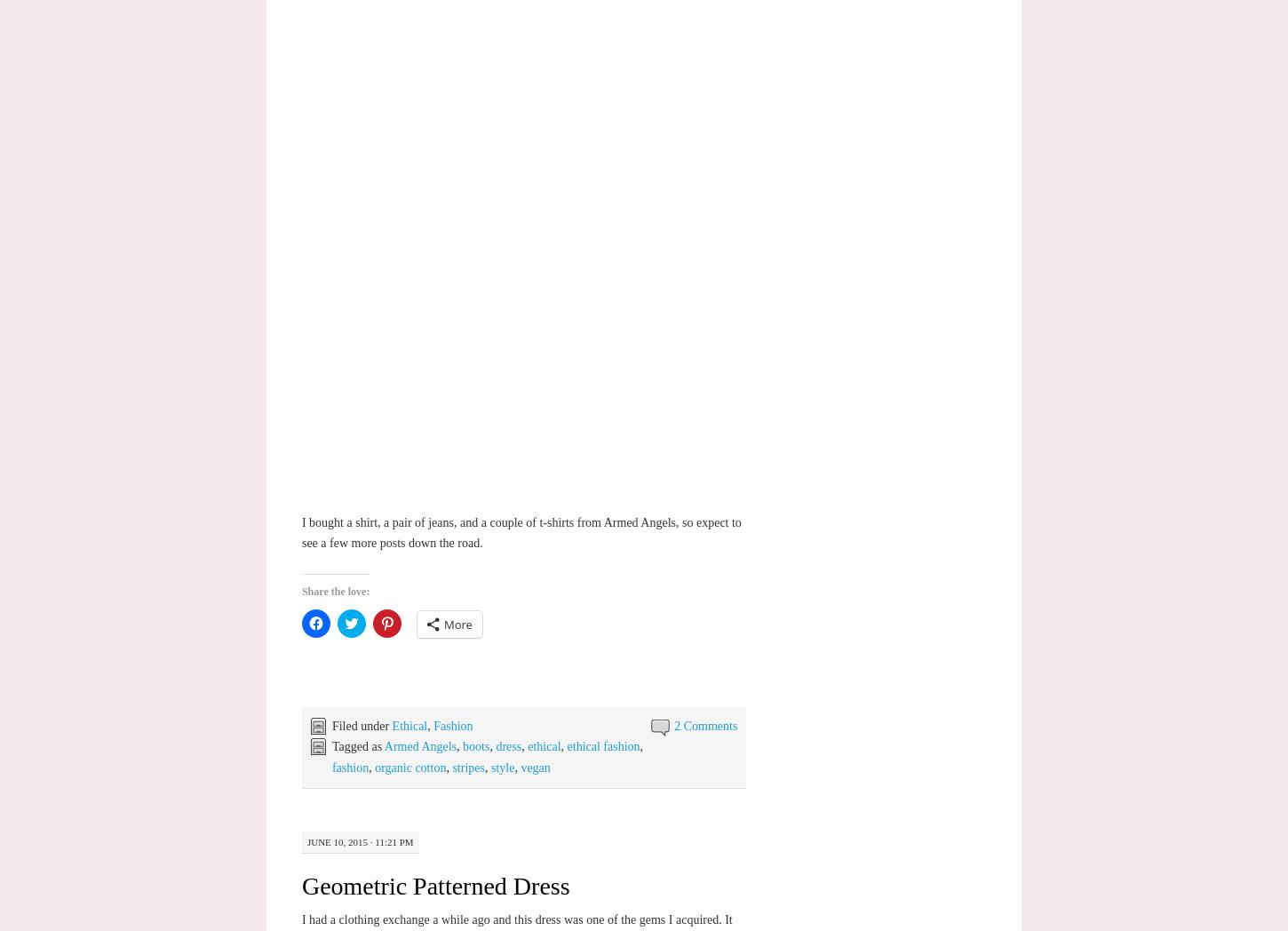 This screenshot has width=1288, height=931. What do you see at coordinates (361, 724) in the screenshot?
I see `'Filed under'` at bounding box center [361, 724].